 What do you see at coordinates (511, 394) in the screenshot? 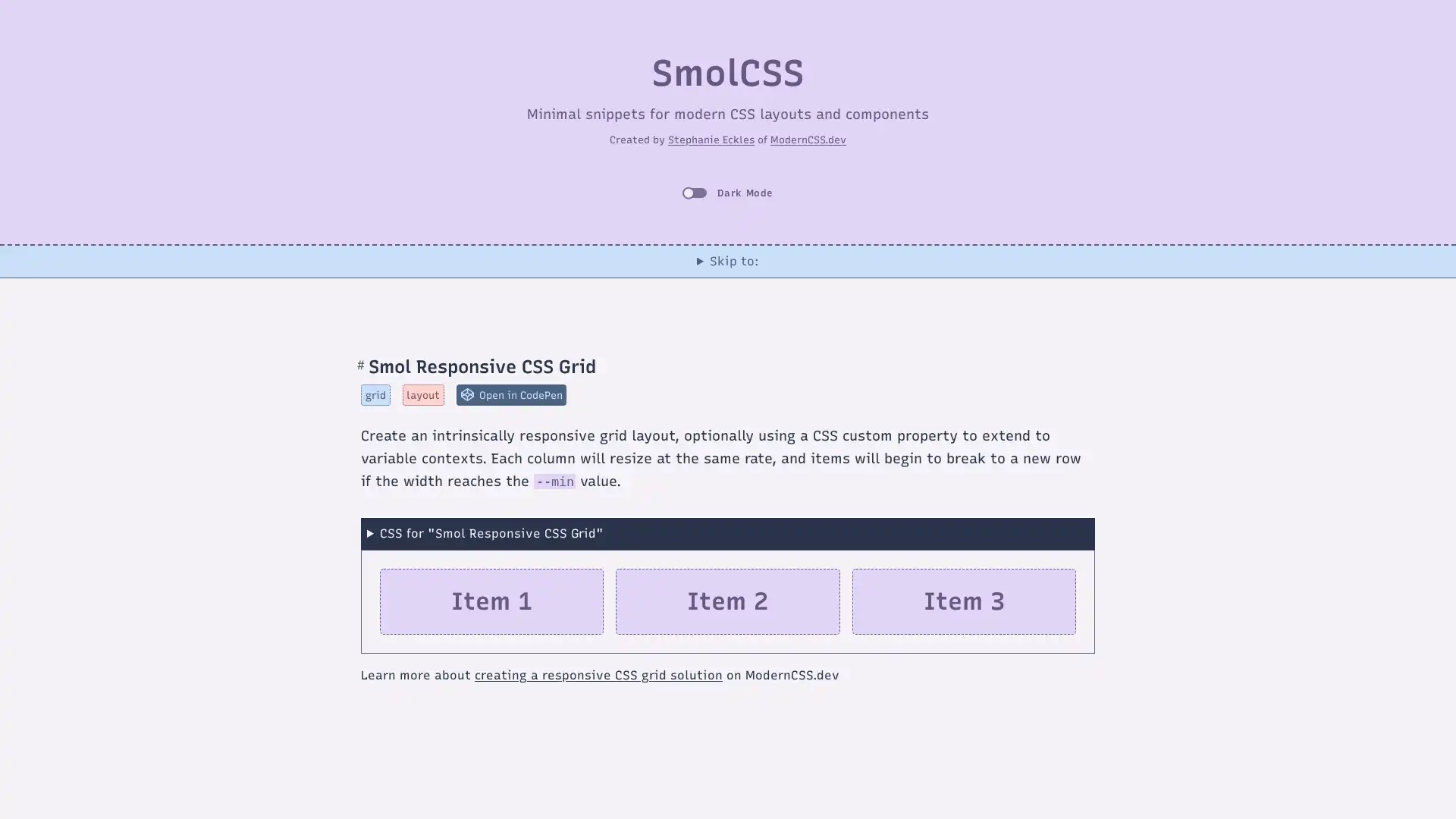
I see `Open Smol Responsive CSS Grid in CodePen` at bounding box center [511, 394].